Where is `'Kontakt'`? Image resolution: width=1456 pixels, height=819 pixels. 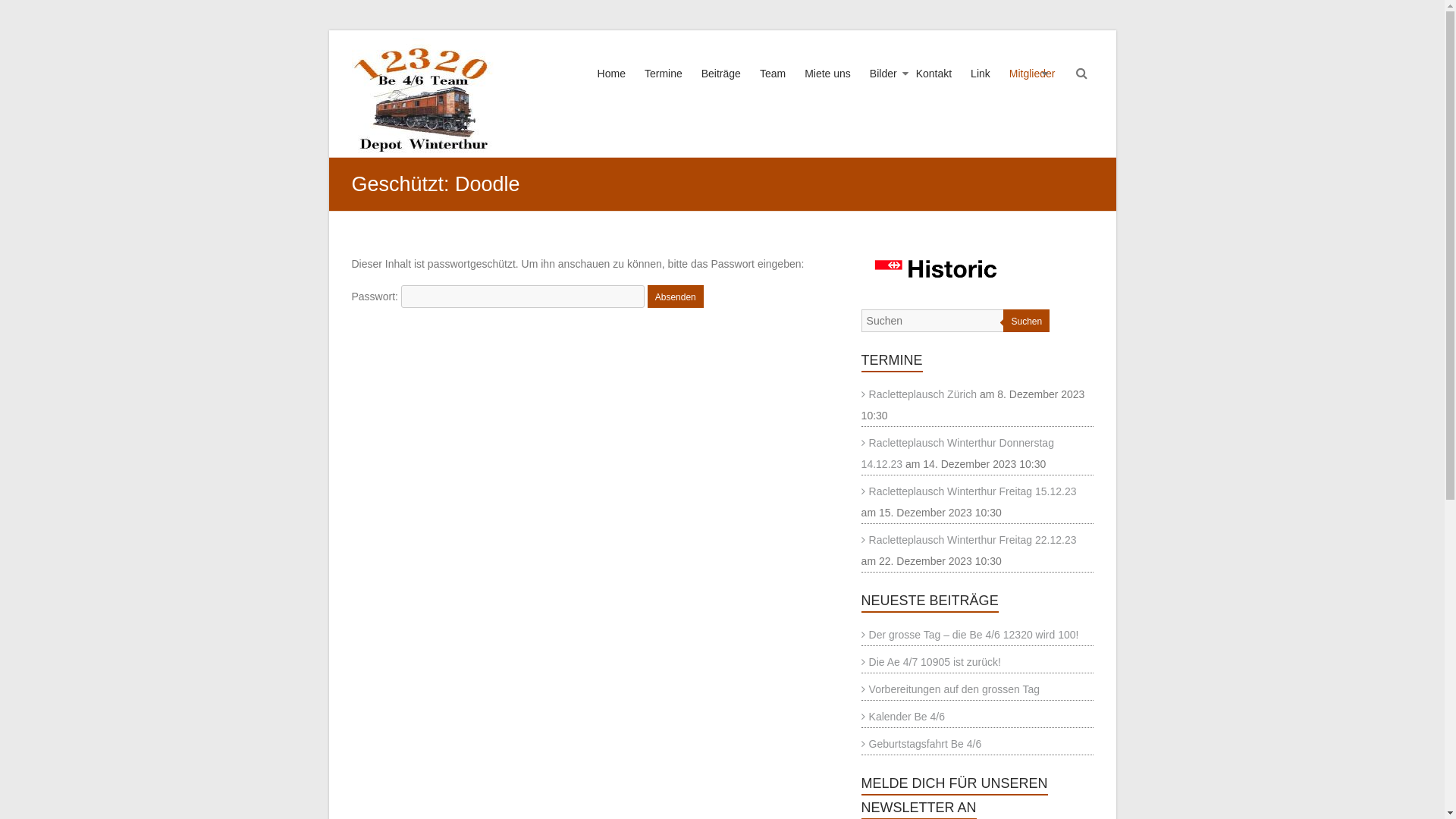
'Kontakt' is located at coordinates (915, 87).